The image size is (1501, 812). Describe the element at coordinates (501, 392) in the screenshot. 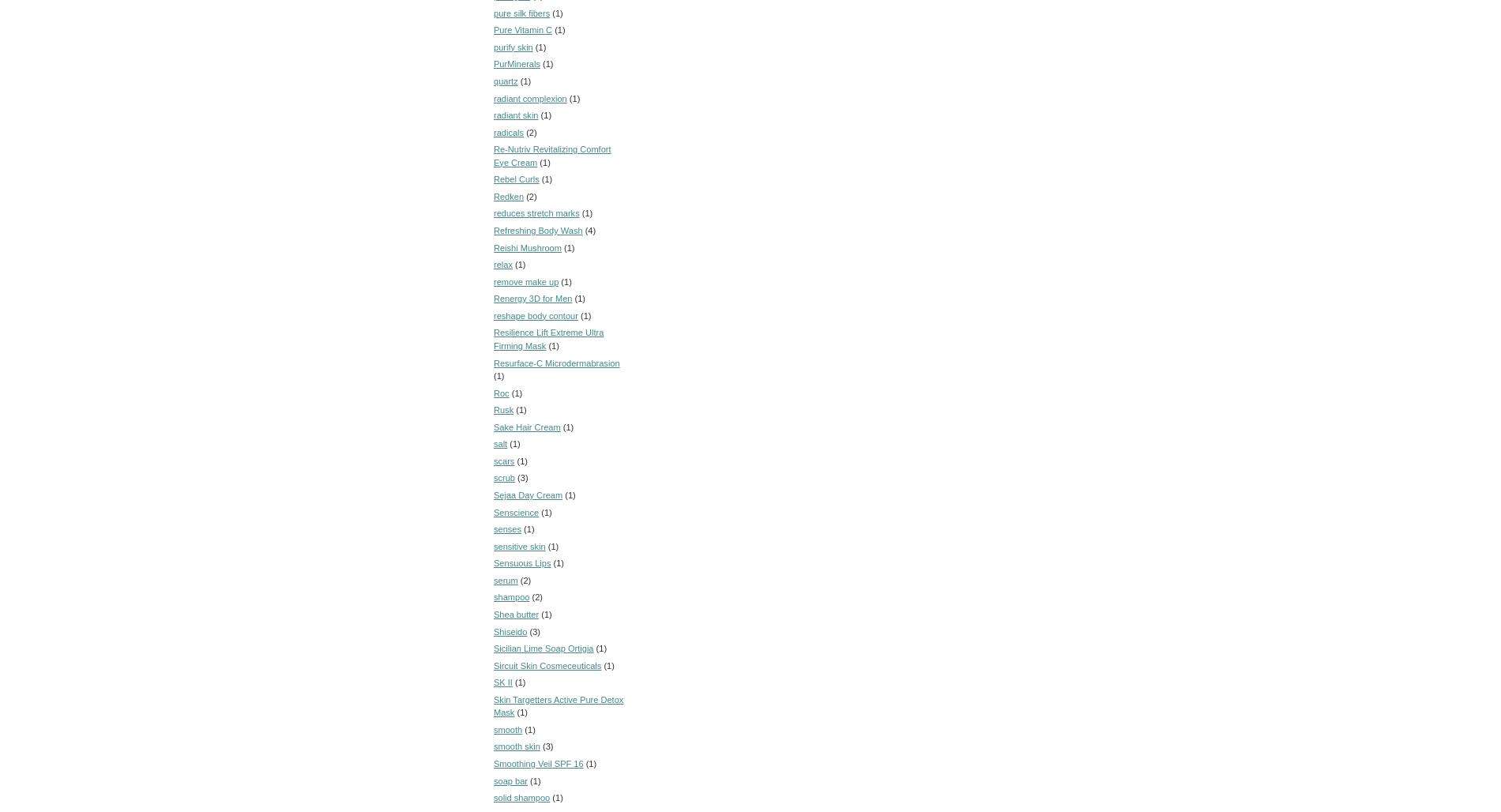

I see `'Roc'` at that location.